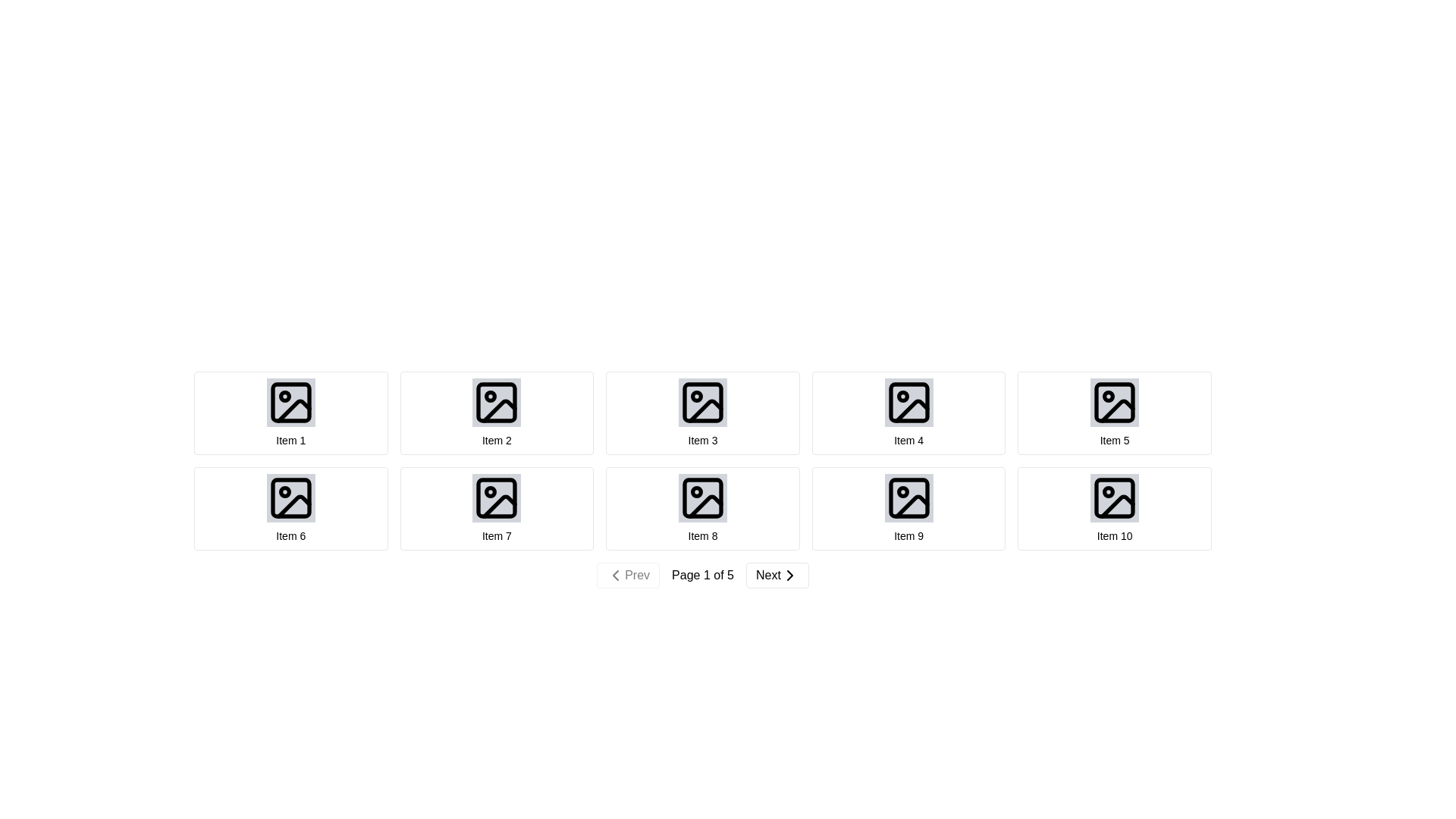 Image resolution: width=1456 pixels, height=819 pixels. What do you see at coordinates (701, 535) in the screenshot?
I see `the 'Item 8' text label located beneath the image icon in the second row, third column of the grid layout` at bounding box center [701, 535].